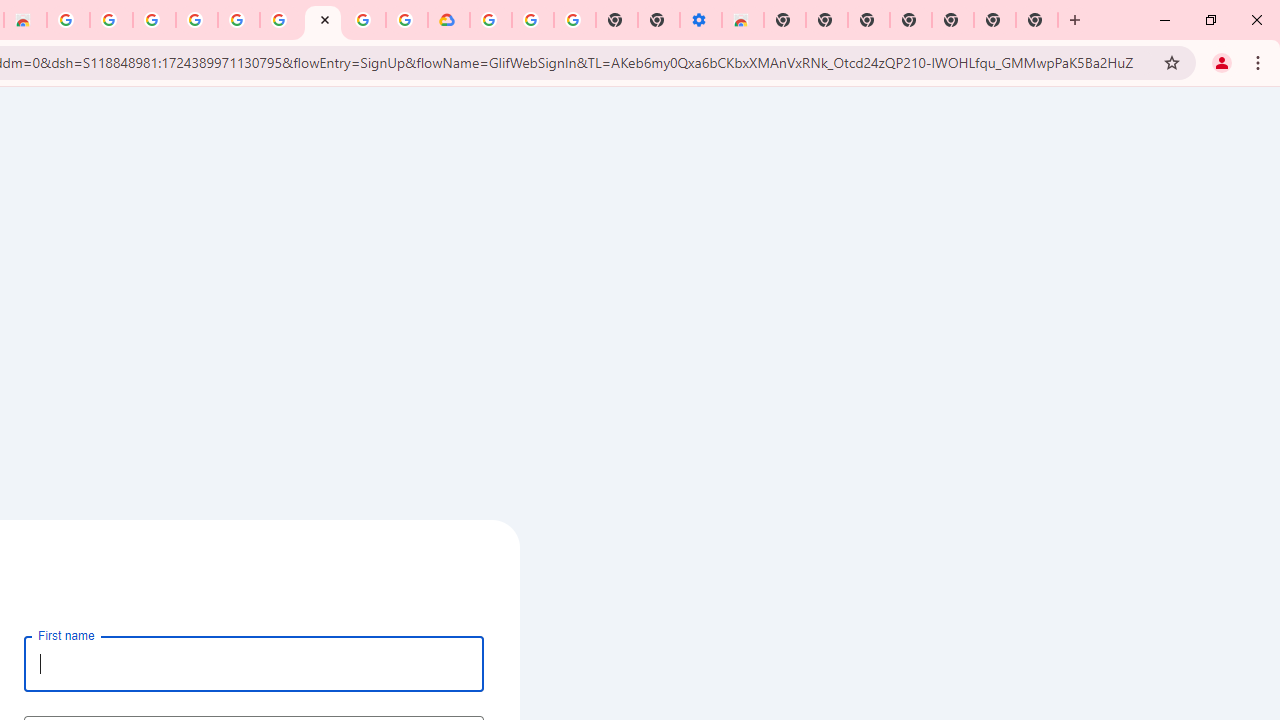  Describe the element at coordinates (1037, 20) in the screenshot. I see `'New Tab'` at that location.